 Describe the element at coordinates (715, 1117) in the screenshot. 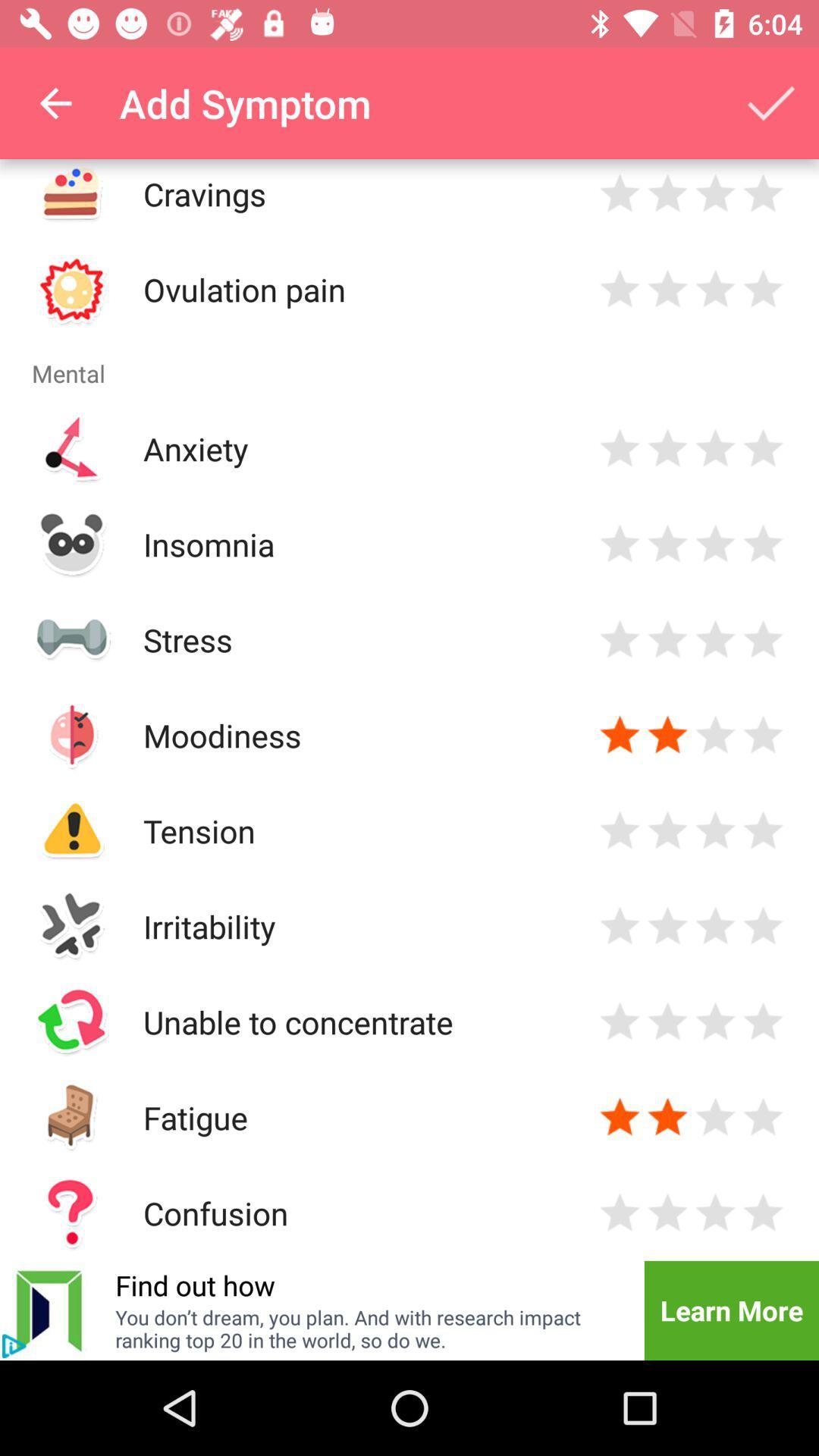

I see `click the star` at that location.